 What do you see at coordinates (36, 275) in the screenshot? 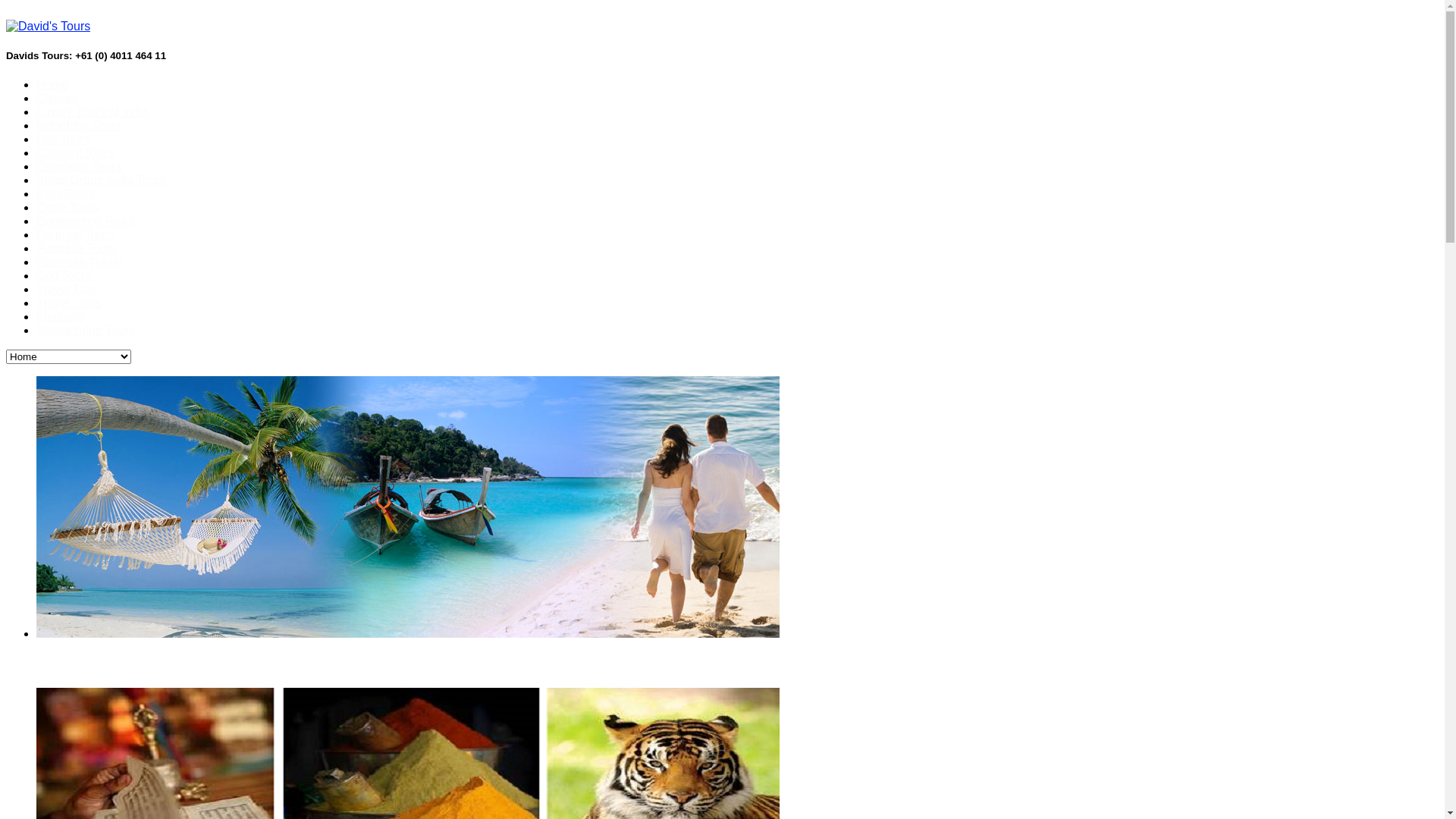
I see `'Golf Tours'` at bounding box center [36, 275].